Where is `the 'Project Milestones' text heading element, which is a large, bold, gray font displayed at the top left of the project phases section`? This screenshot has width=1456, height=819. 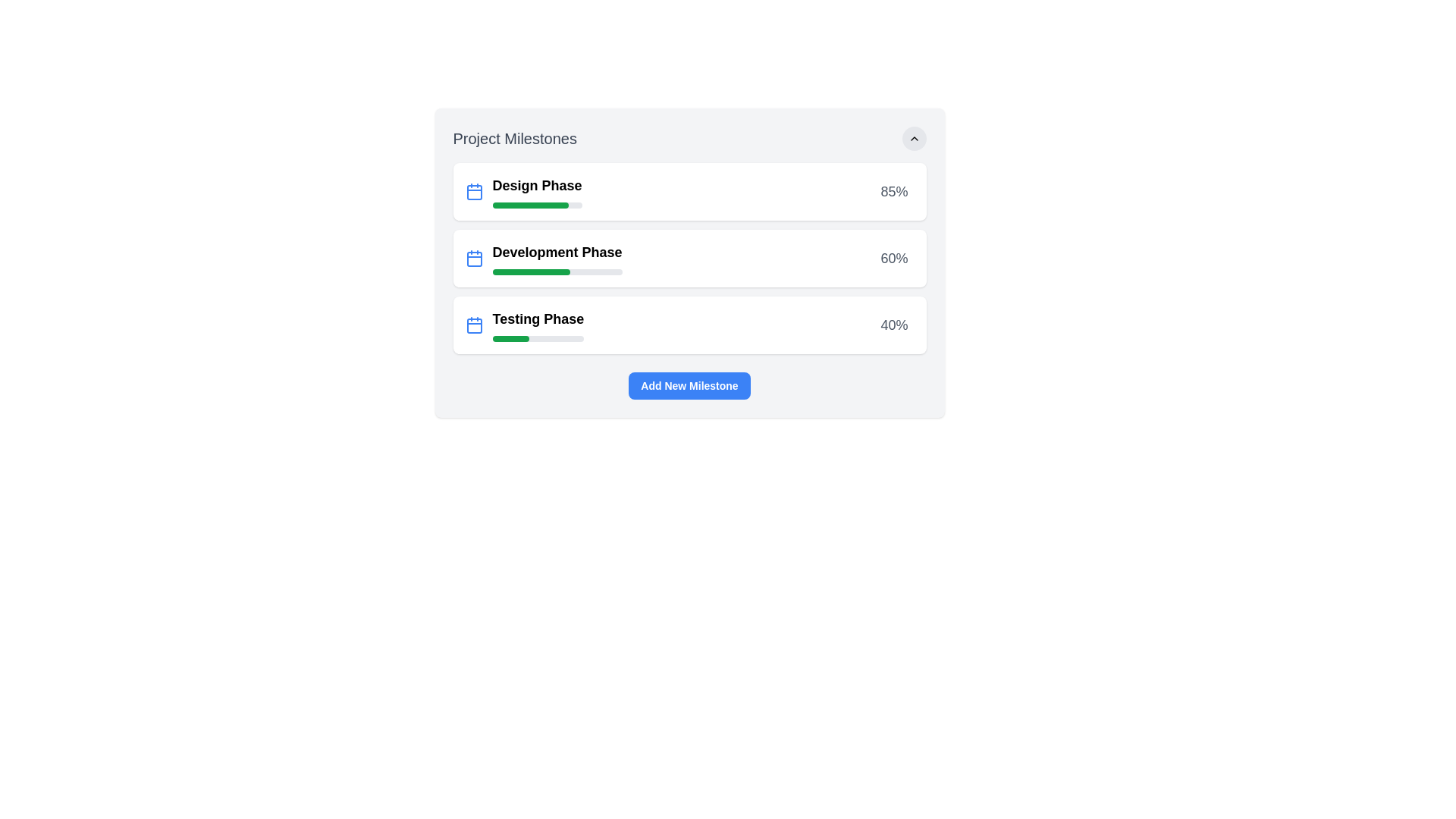
the 'Project Milestones' text heading element, which is a large, bold, gray font displayed at the top left of the project phases section is located at coordinates (515, 138).